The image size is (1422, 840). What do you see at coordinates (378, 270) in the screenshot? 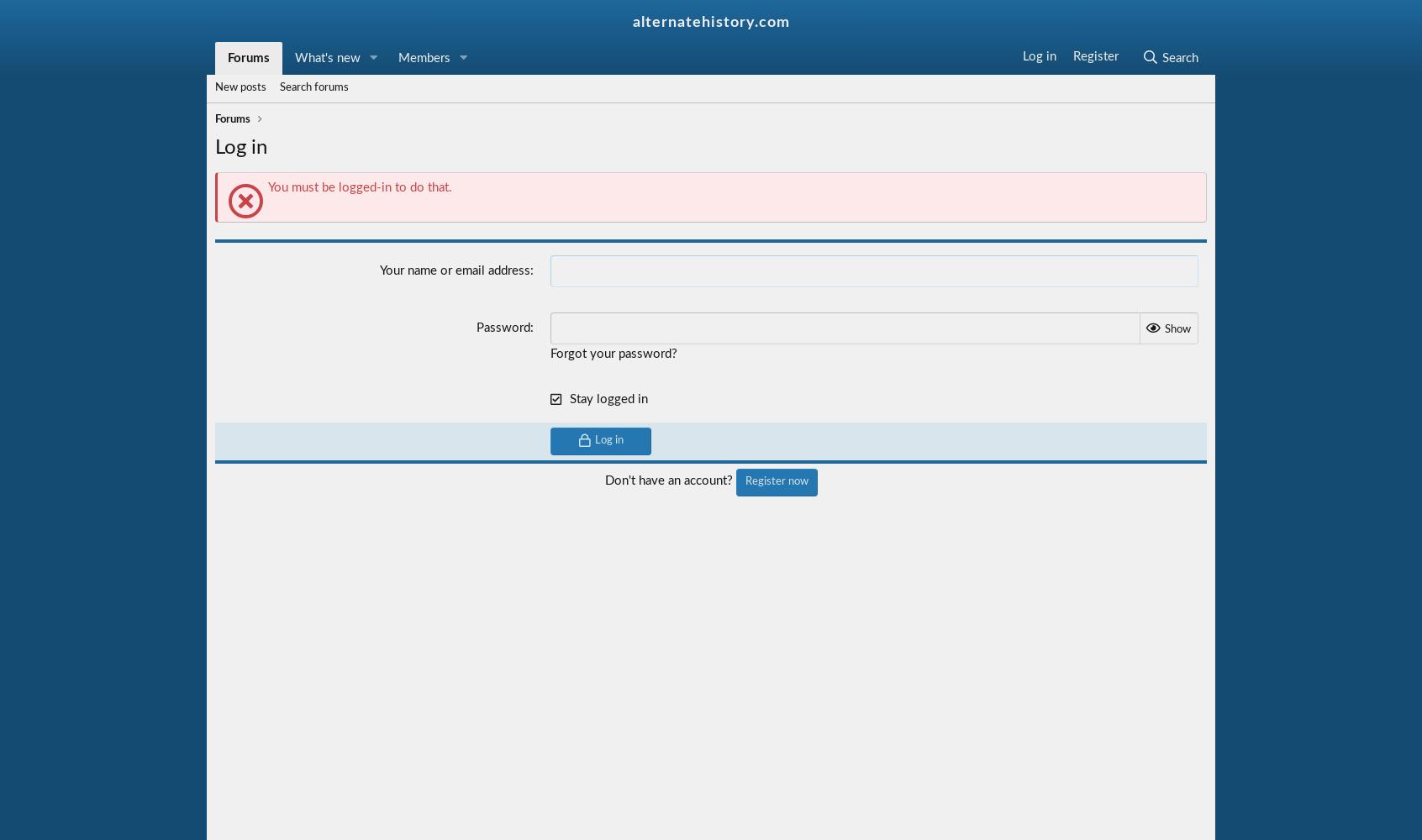
I see `'Your name or email address'` at bounding box center [378, 270].